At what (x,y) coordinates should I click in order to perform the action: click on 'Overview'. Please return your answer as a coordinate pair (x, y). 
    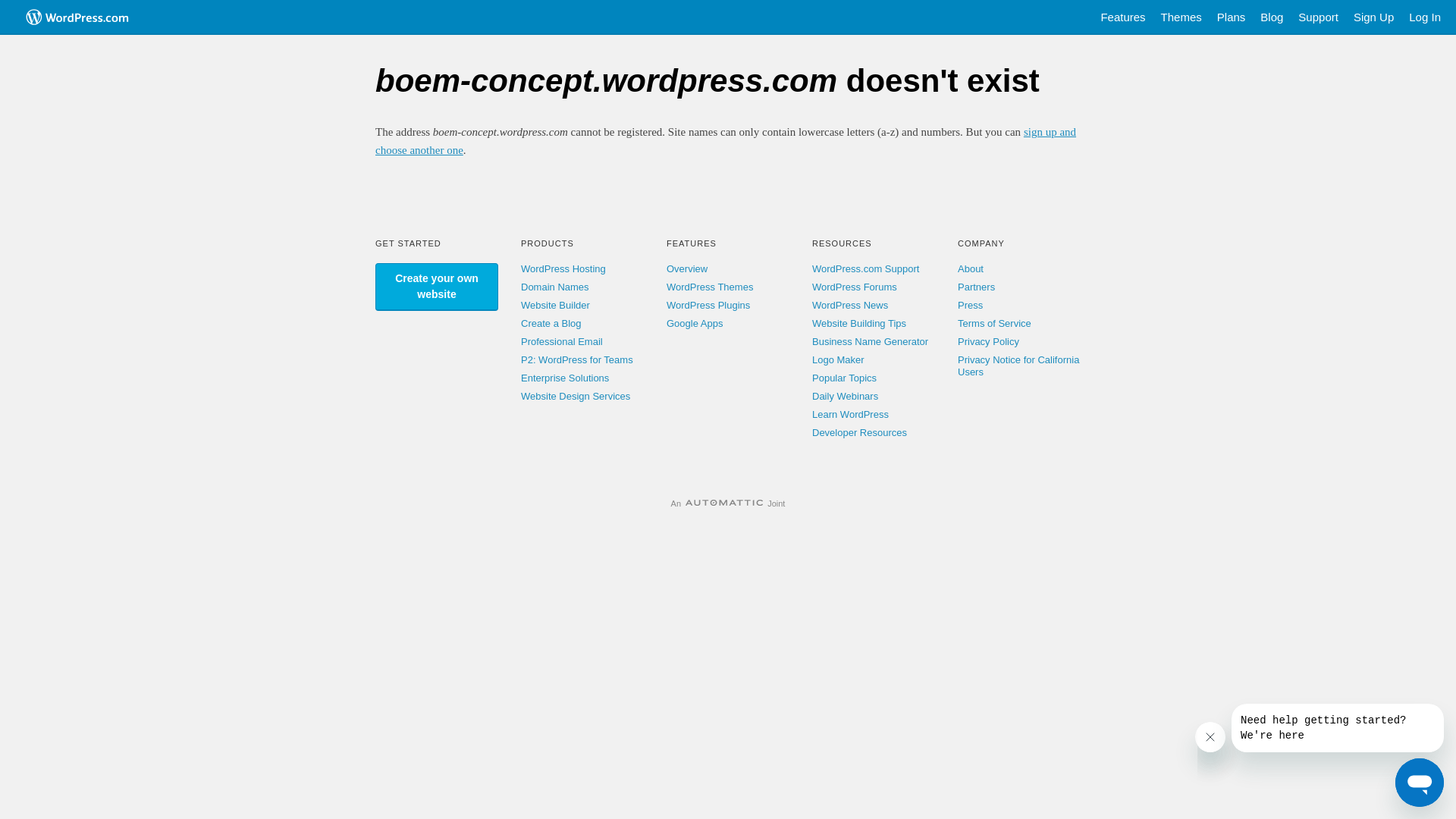
    Looking at the image, I should click on (686, 268).